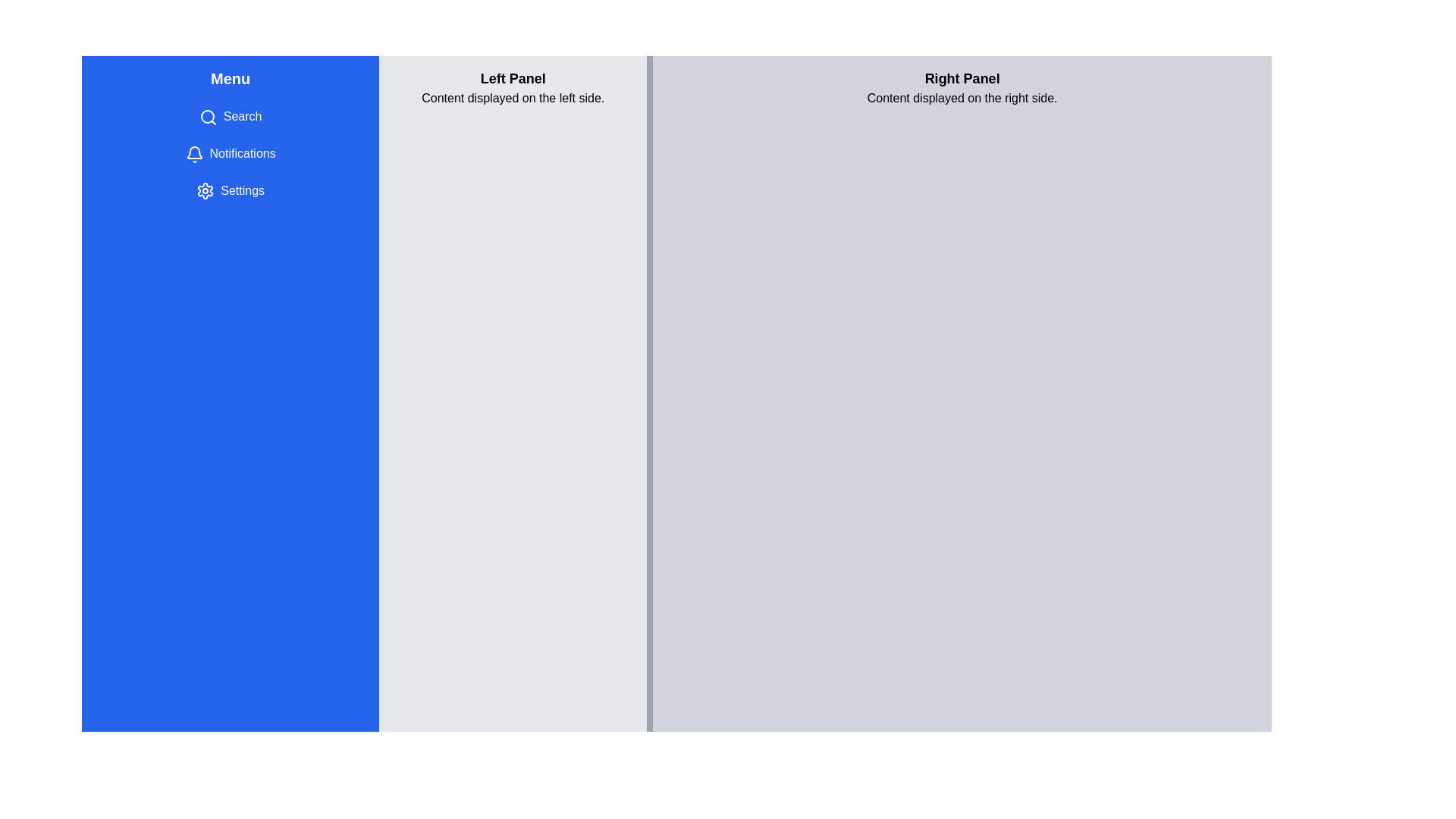  I want to click on the static text element displaying a descriptive message in the Right Panel section, located below the header 'Right Panel.', so click(962, 99).